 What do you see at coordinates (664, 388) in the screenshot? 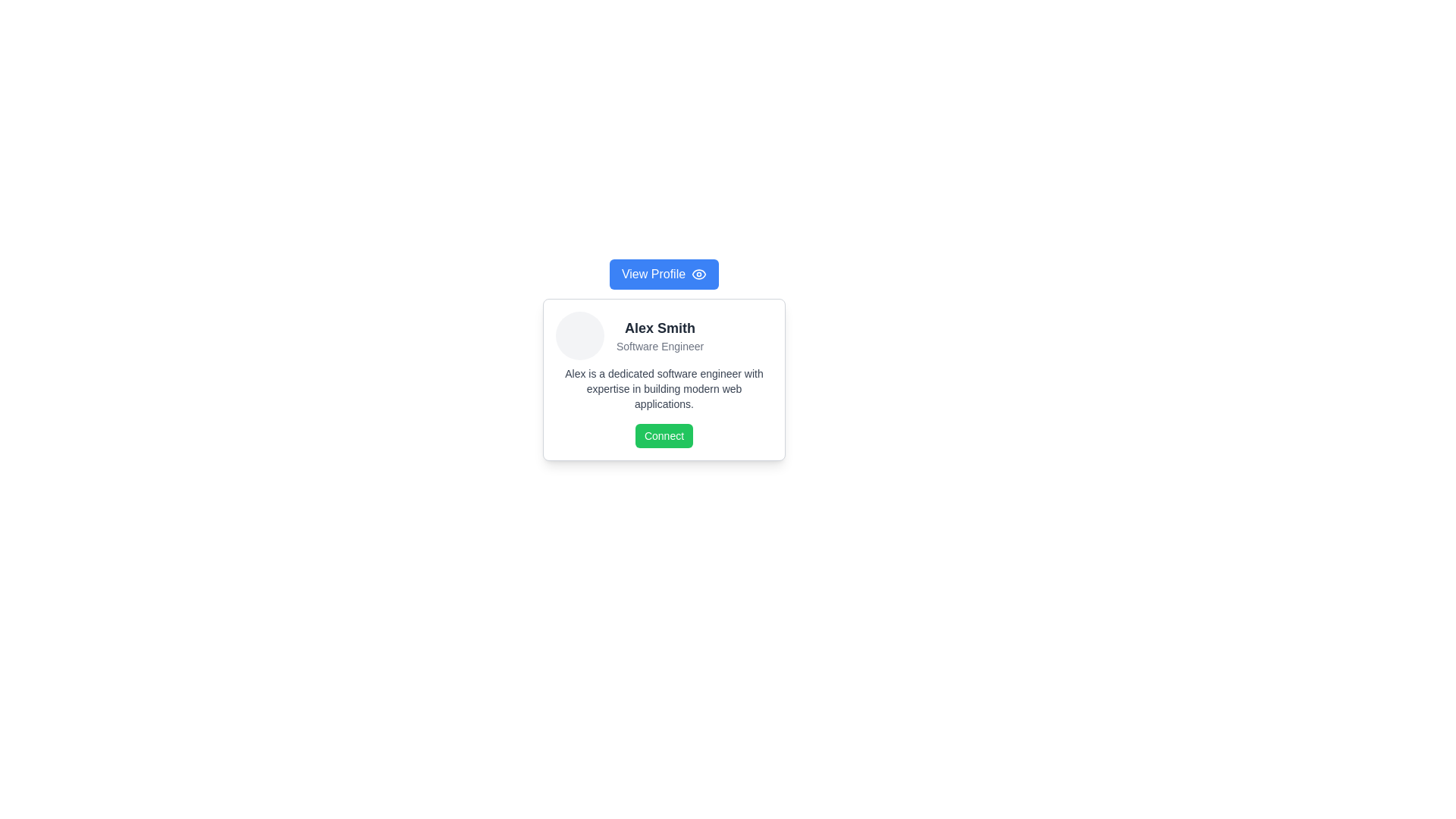
I see `the text block element that describes the professional background of an individual, which is styled in small gray font and positioned below the name 'Alex Smith' and above the 'Connect' button` at bounding box center [664, 388].